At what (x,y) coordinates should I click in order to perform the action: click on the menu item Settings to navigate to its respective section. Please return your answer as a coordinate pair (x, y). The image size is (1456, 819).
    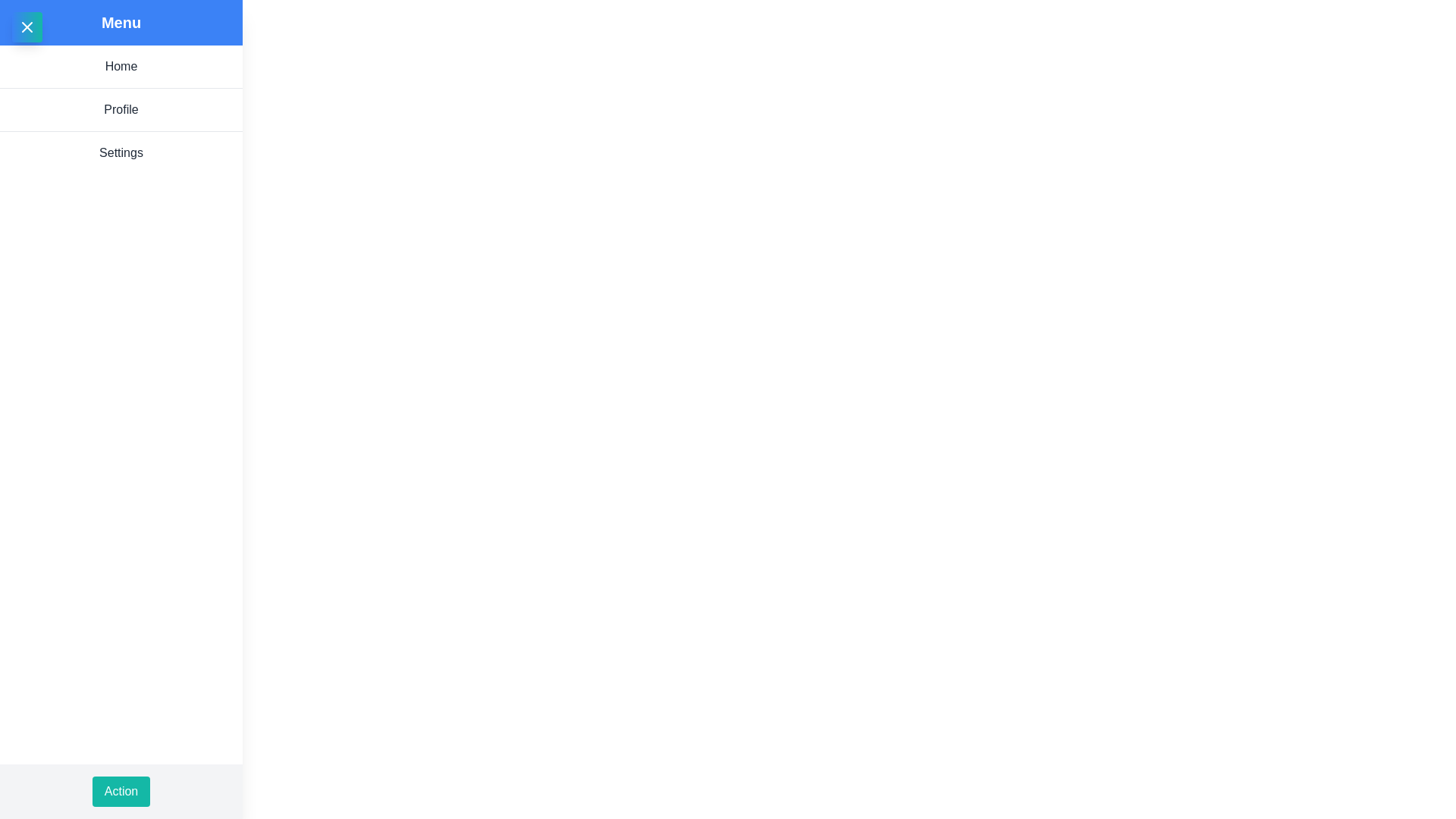
    Looking at the image, I should click on (120, 152).